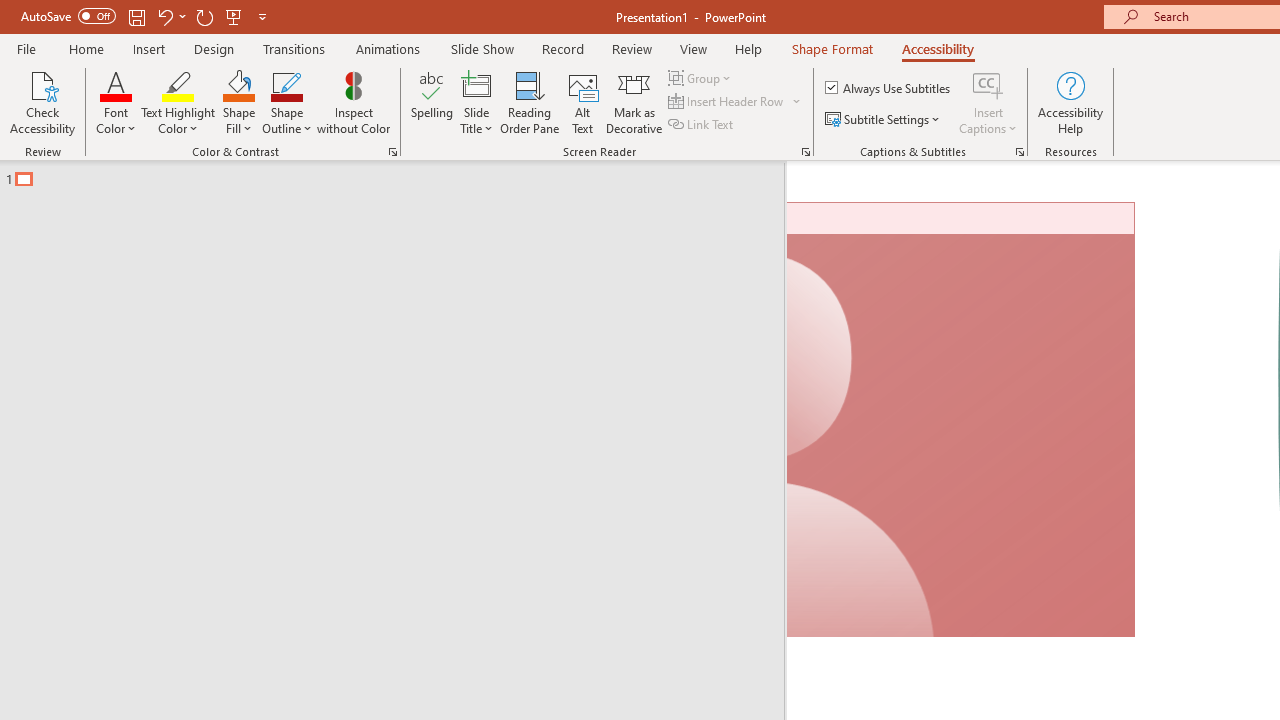 The width and height of the screenshot is (1280, 720). What do you see at coordinates (805, 150) in the screenshot?
I see `'Screen Reader'` at bounding box center [805, 150].